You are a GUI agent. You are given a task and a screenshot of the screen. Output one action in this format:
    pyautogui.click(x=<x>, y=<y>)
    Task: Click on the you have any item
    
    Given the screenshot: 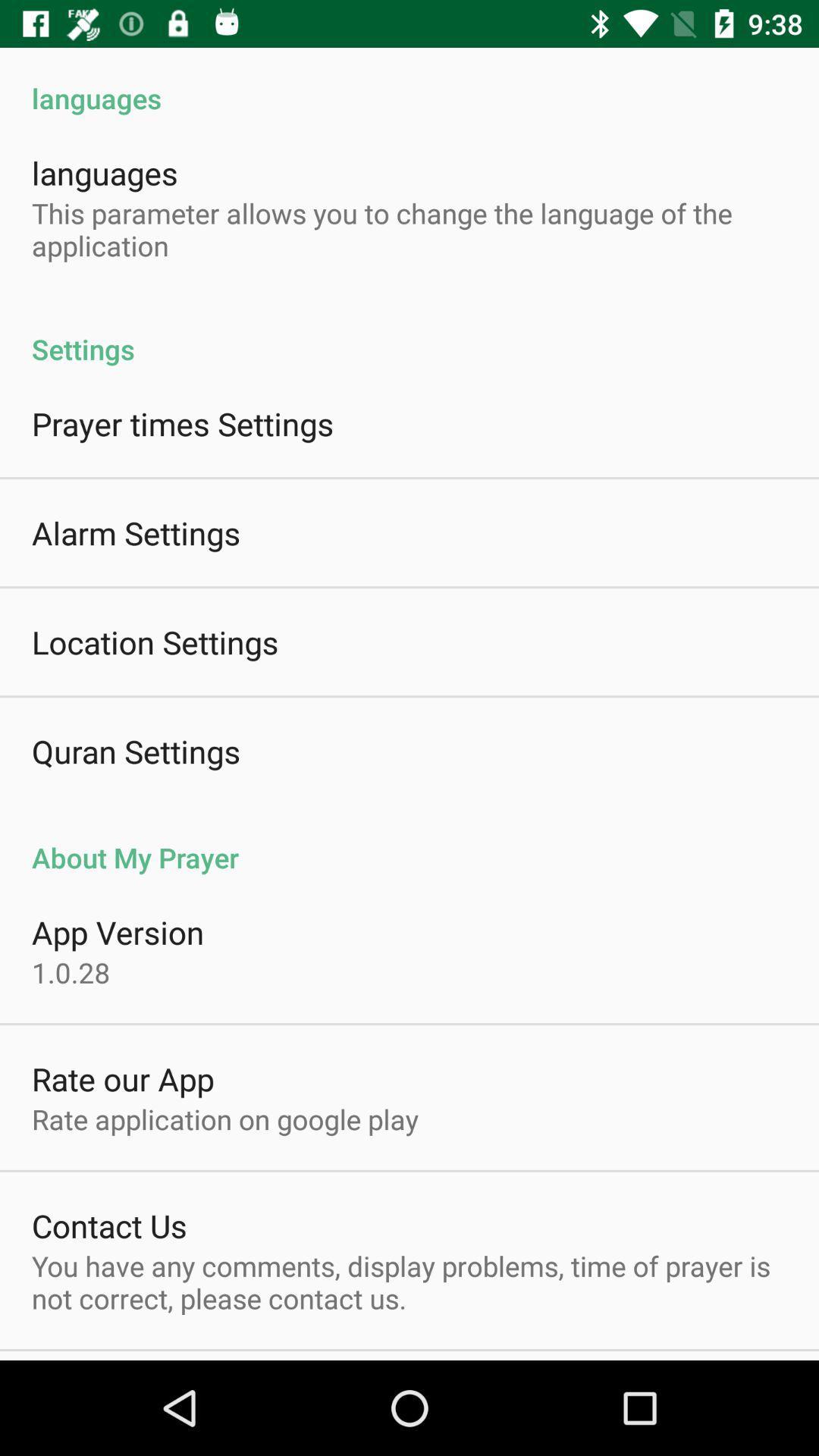 What is the action you would take?
    pyautogui.click(x=409, y=1281)
    